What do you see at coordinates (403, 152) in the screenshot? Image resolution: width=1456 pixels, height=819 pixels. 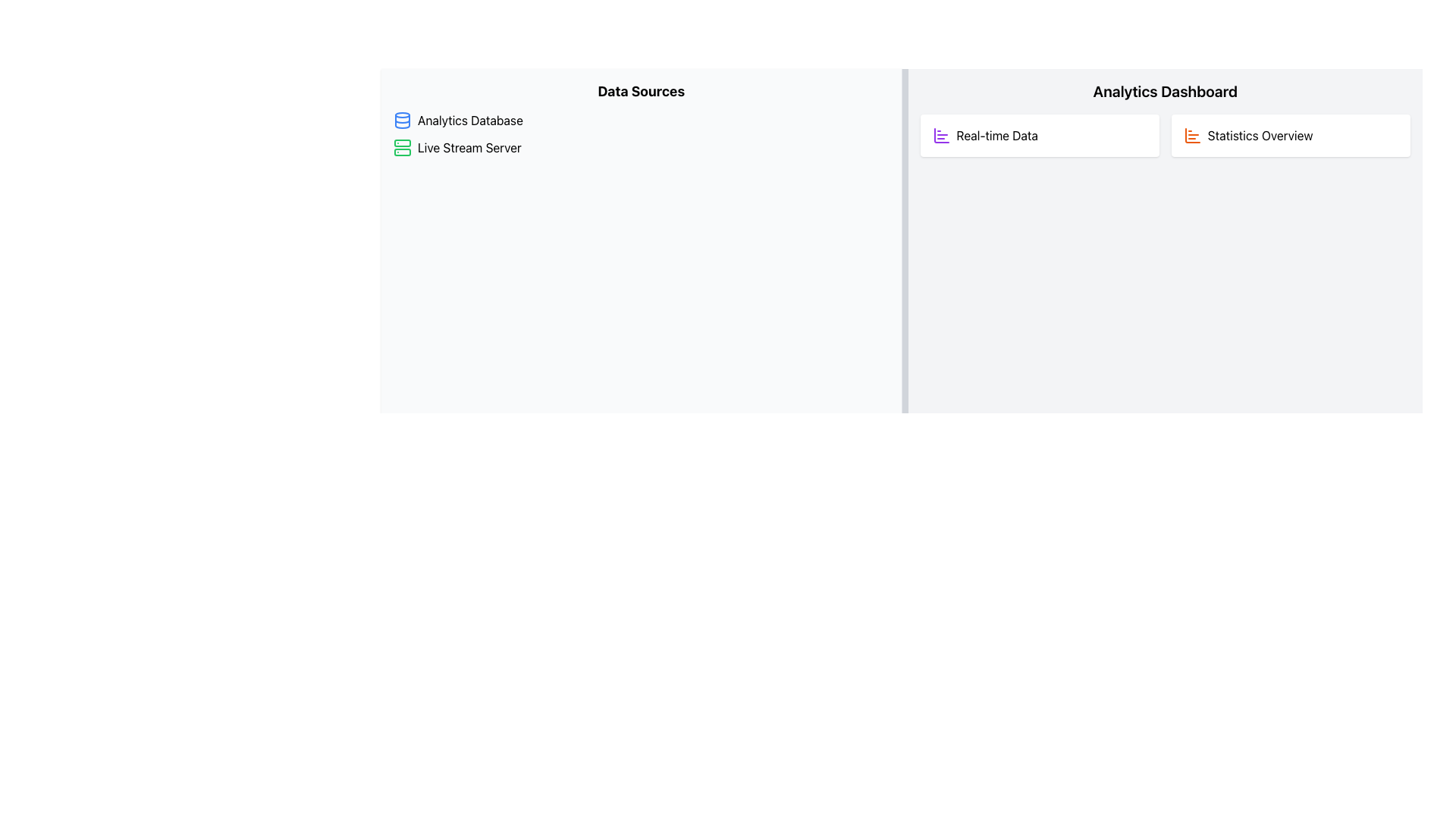 I see `the smaller rectangular icon located within the bottom half of the server icon, which is part of a green box with rounded corners, positioned to the left of the 'Live Stream Server' label in the 'Data Sources' section` at bounding box center [403, 152].